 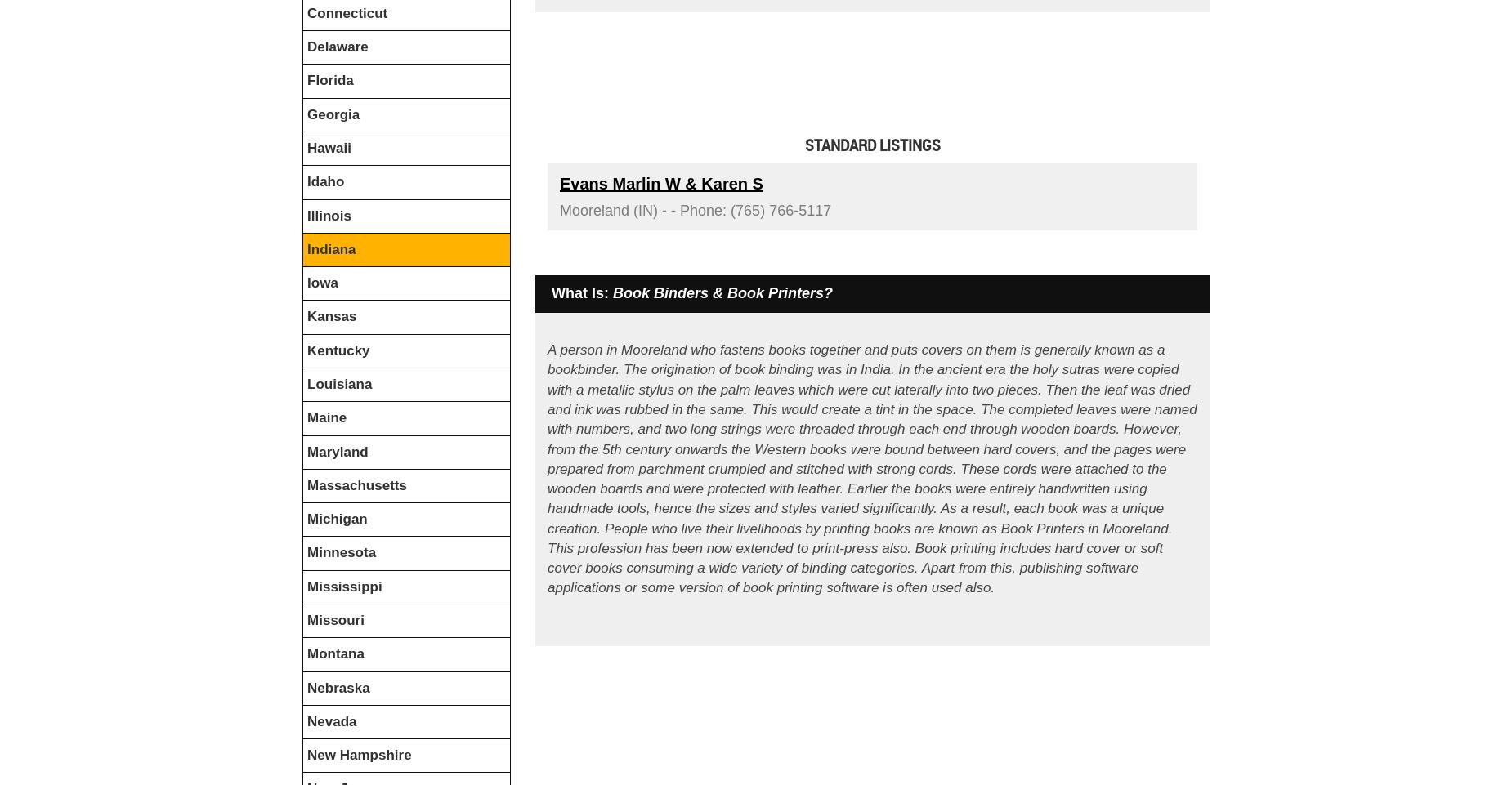 I want to click on 'Mississippi', so click(x=343, y=586).